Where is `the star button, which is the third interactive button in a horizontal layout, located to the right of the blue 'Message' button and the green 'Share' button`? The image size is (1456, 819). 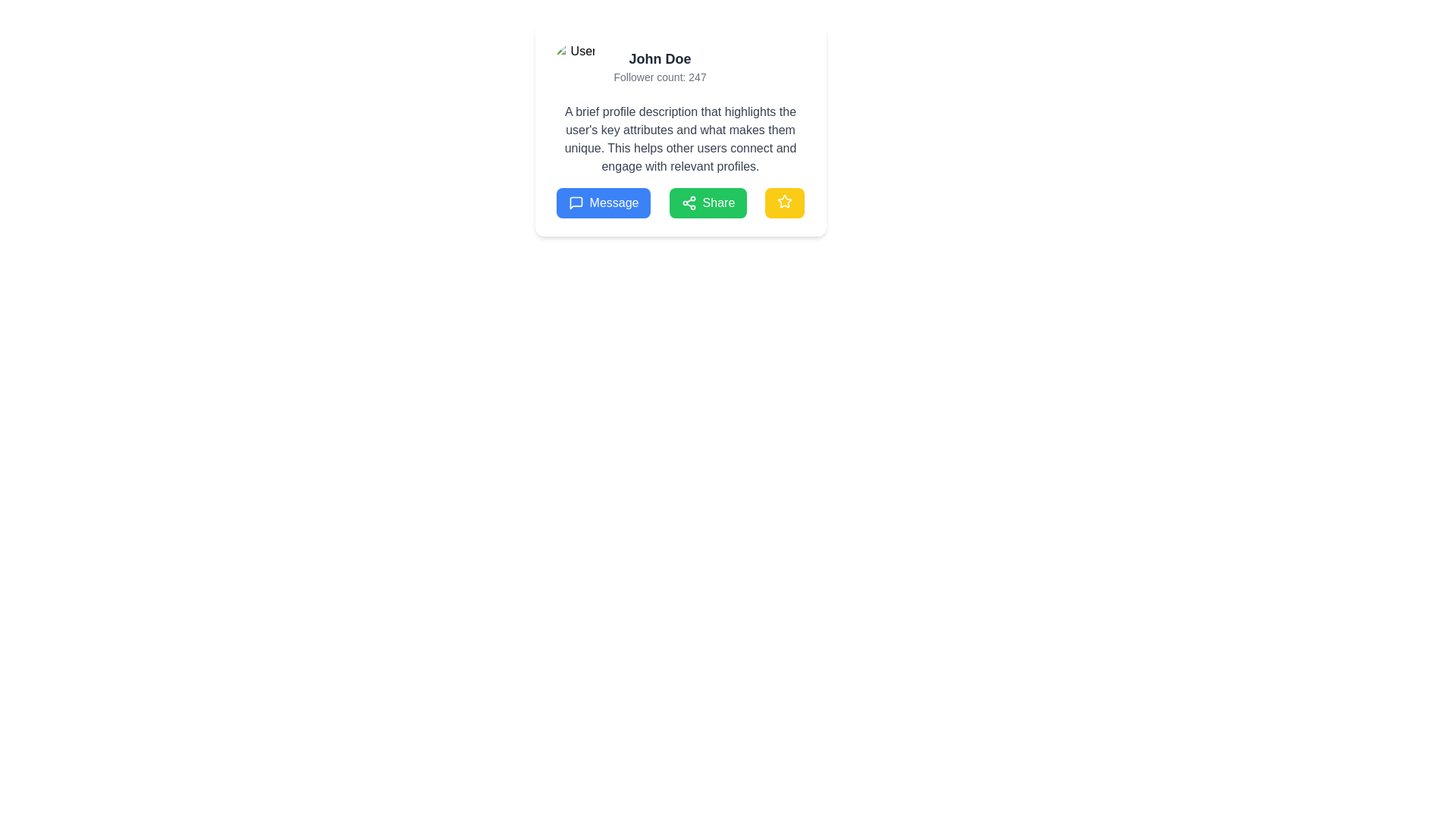
the star button, which is the third interactive button in a horizontal layout, located to the right of the blue 'Message' button and the green 'Share' button is located at coordinates (785, 202).